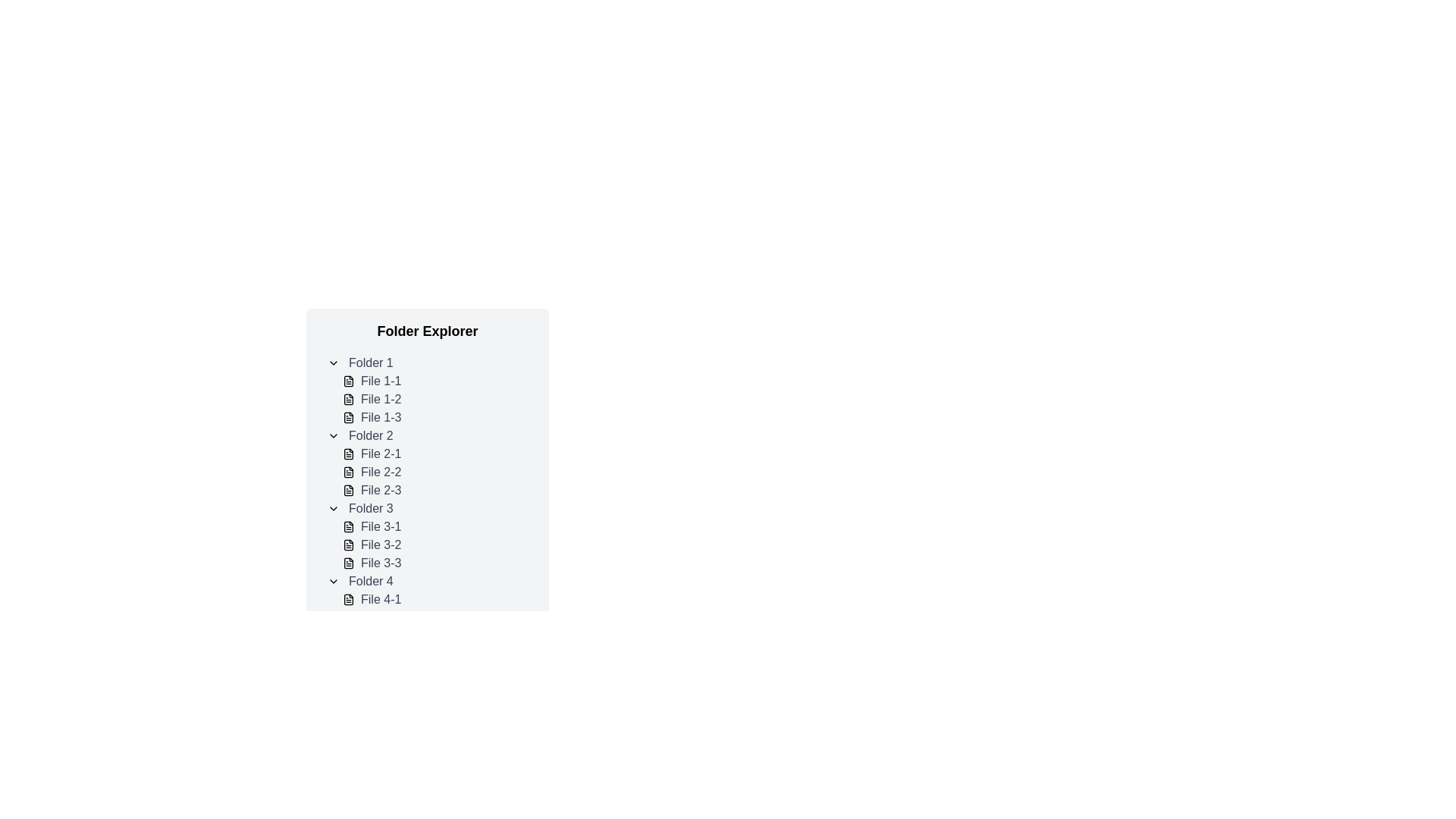 The image size is (1456, 819). What do you see at coordinates (371, 435) in the screenshot?
I see `the text label displaying 'Folder 2', which is styled in gray and is the second folder listed in the file explorer interface` at bounding box center [371, 435].